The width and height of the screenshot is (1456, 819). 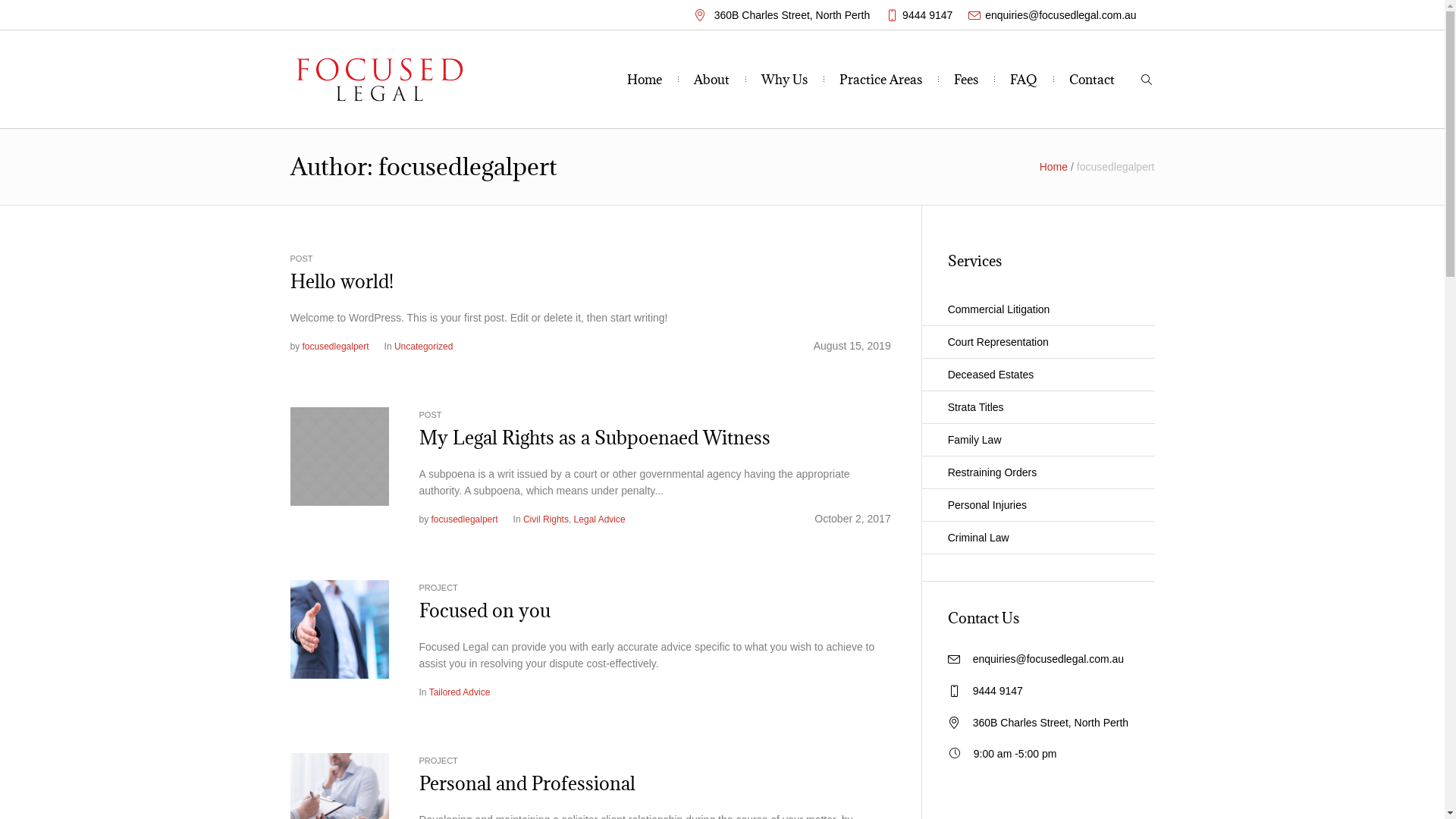 I want to click on 'Home', so click(x=626, y=79).